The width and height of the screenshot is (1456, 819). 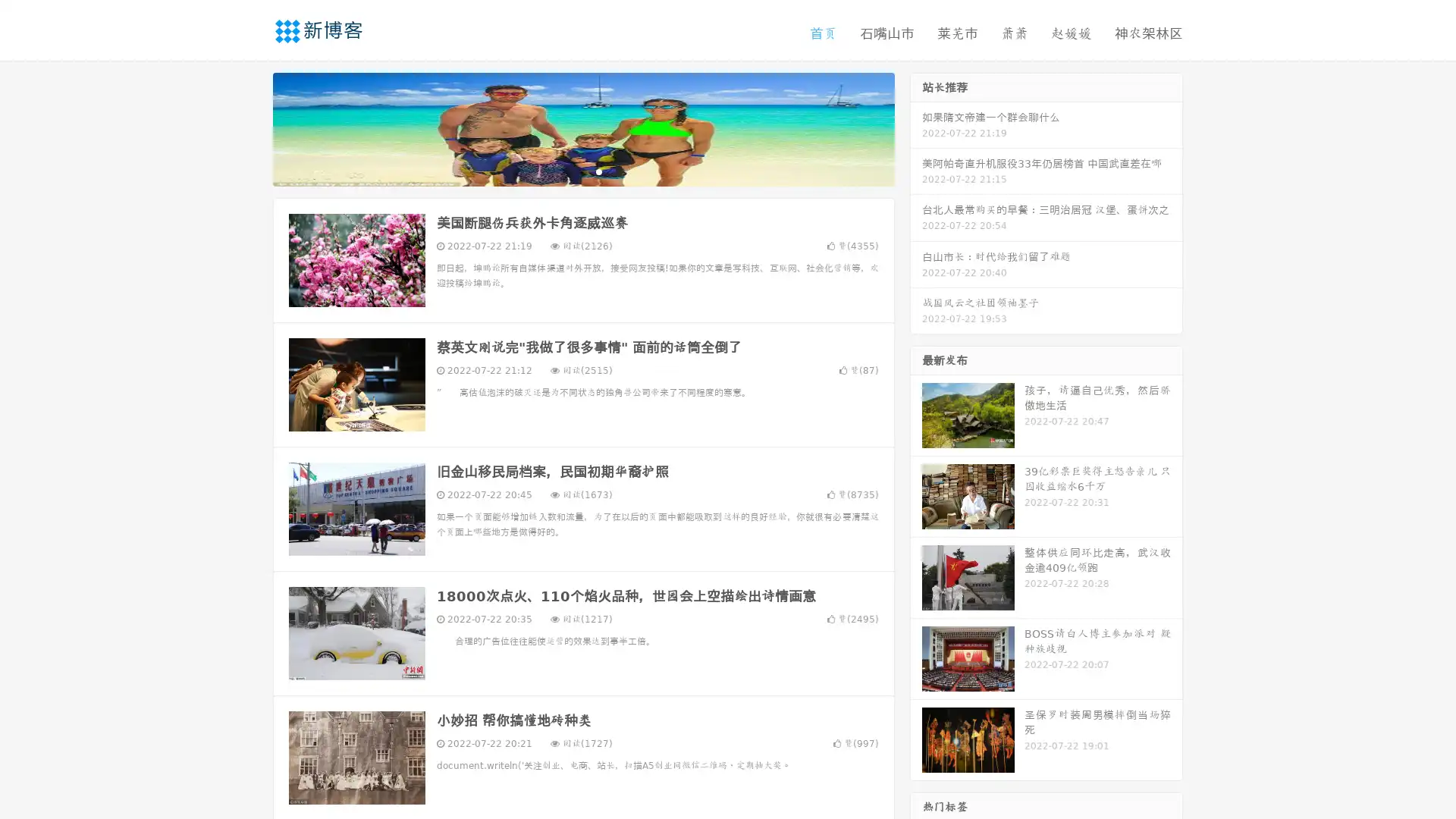 I want to click on Next slide, so click(x=916, y=127).